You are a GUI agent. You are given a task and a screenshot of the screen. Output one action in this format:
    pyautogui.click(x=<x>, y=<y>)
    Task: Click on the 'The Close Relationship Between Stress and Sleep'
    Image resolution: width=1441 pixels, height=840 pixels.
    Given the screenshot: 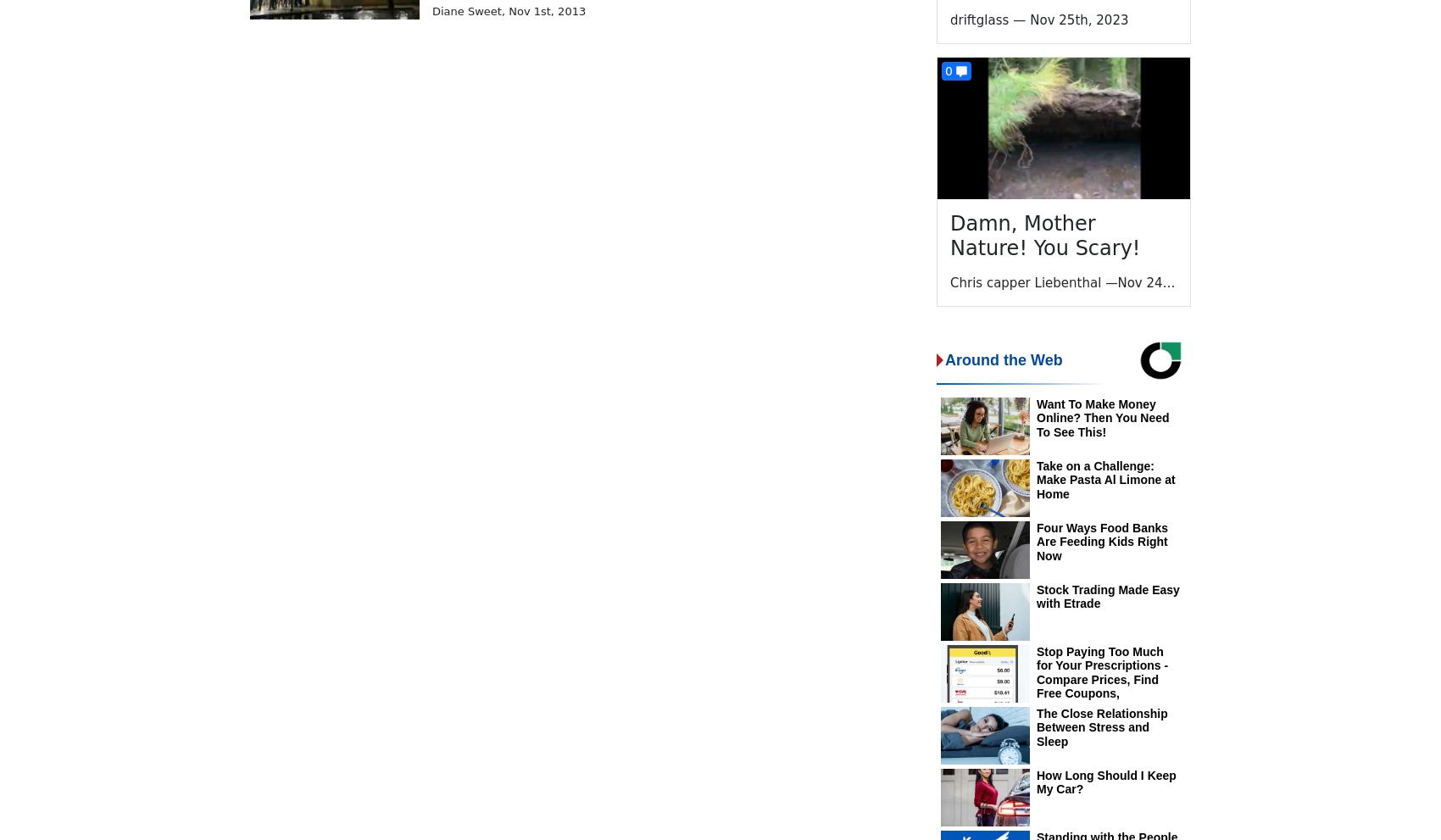 What is the action you would take?
    pyautogui.click(x=1101, y=727)
    